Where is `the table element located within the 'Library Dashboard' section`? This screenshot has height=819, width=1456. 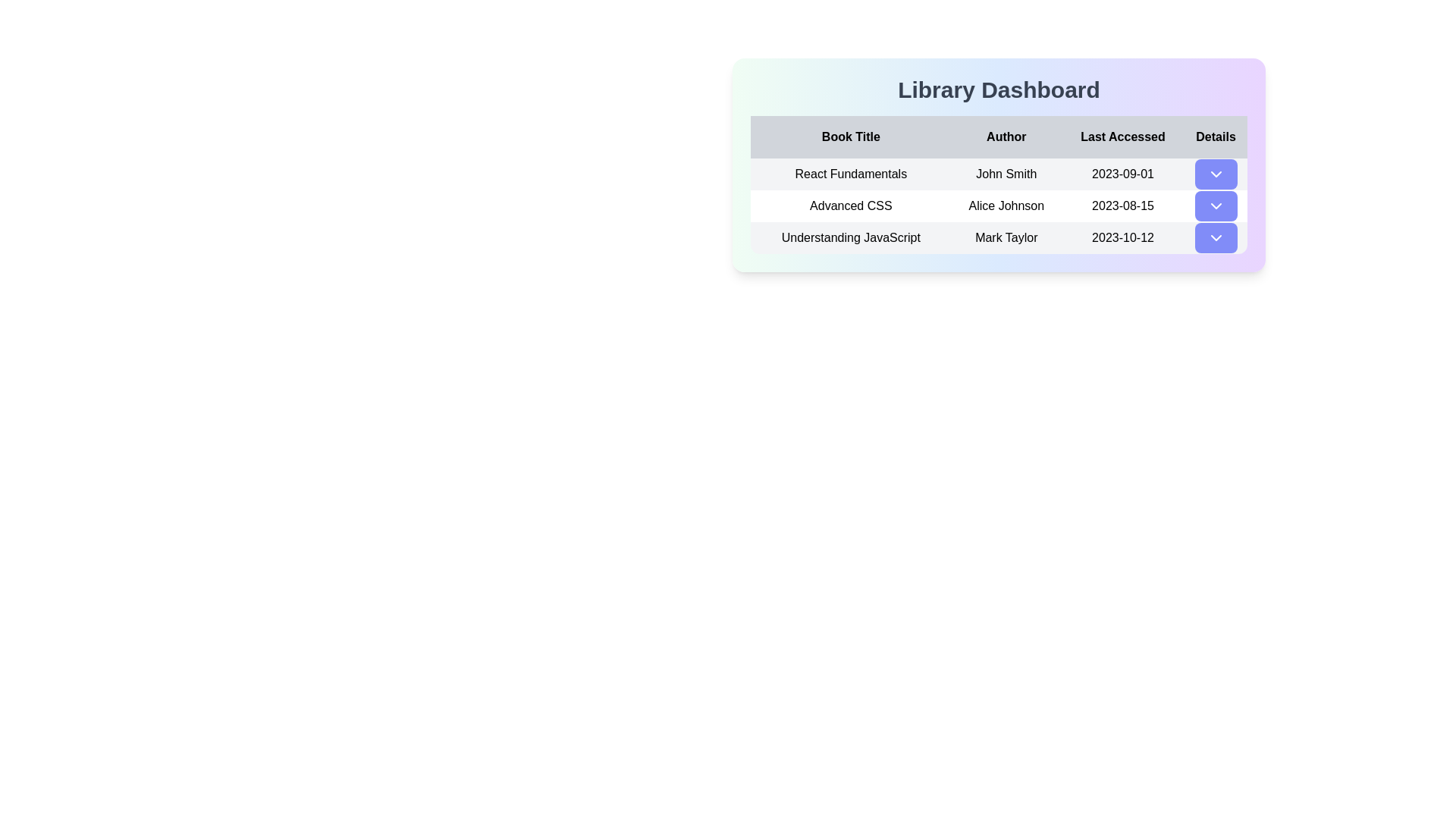 the table element located within the 'Library Dashboard' section is located at coordinates (999, 184).